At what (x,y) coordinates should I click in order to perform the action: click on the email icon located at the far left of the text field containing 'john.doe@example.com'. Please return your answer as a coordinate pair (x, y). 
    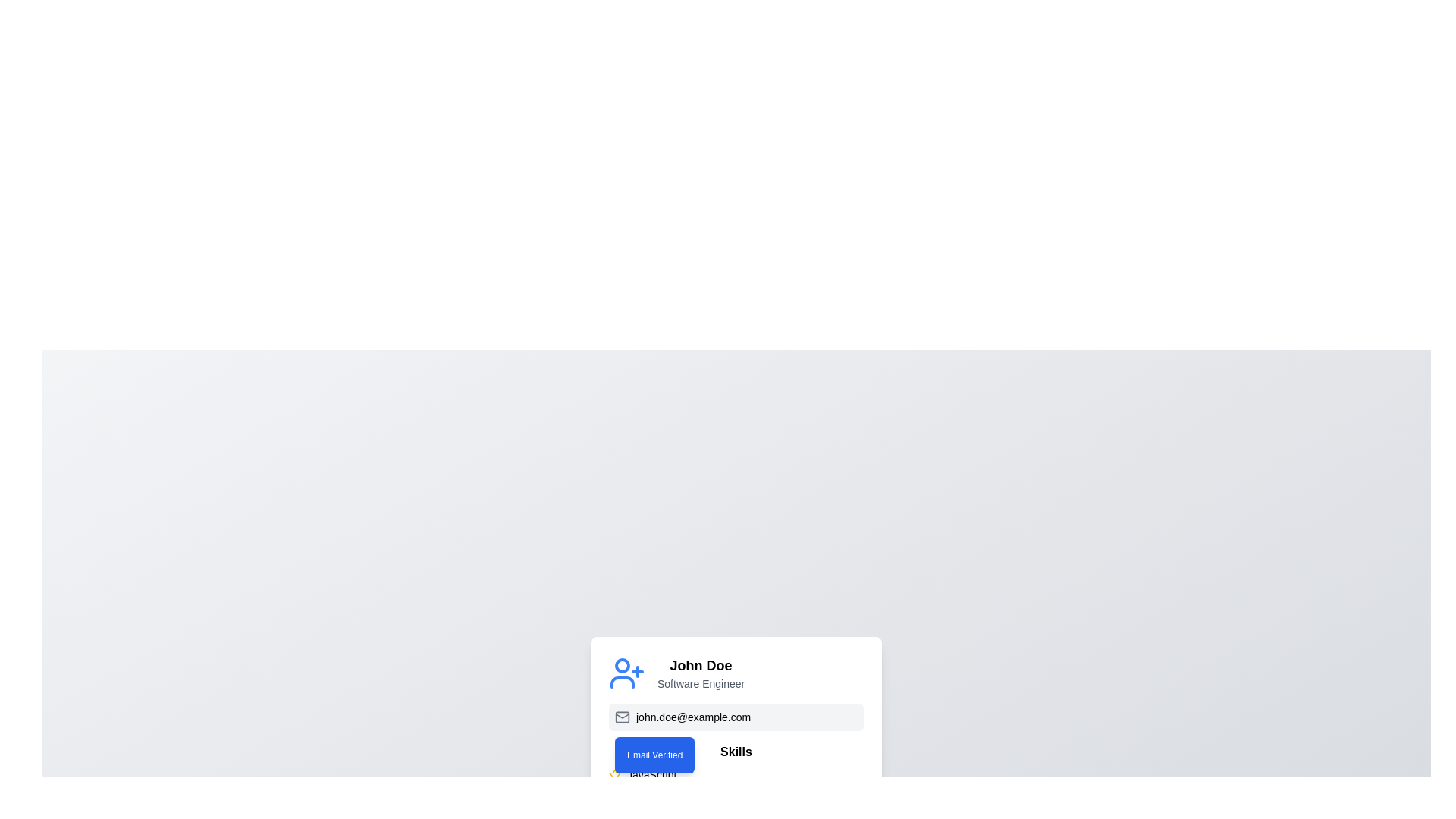
    Looking at the image, I should click on (622, 717).